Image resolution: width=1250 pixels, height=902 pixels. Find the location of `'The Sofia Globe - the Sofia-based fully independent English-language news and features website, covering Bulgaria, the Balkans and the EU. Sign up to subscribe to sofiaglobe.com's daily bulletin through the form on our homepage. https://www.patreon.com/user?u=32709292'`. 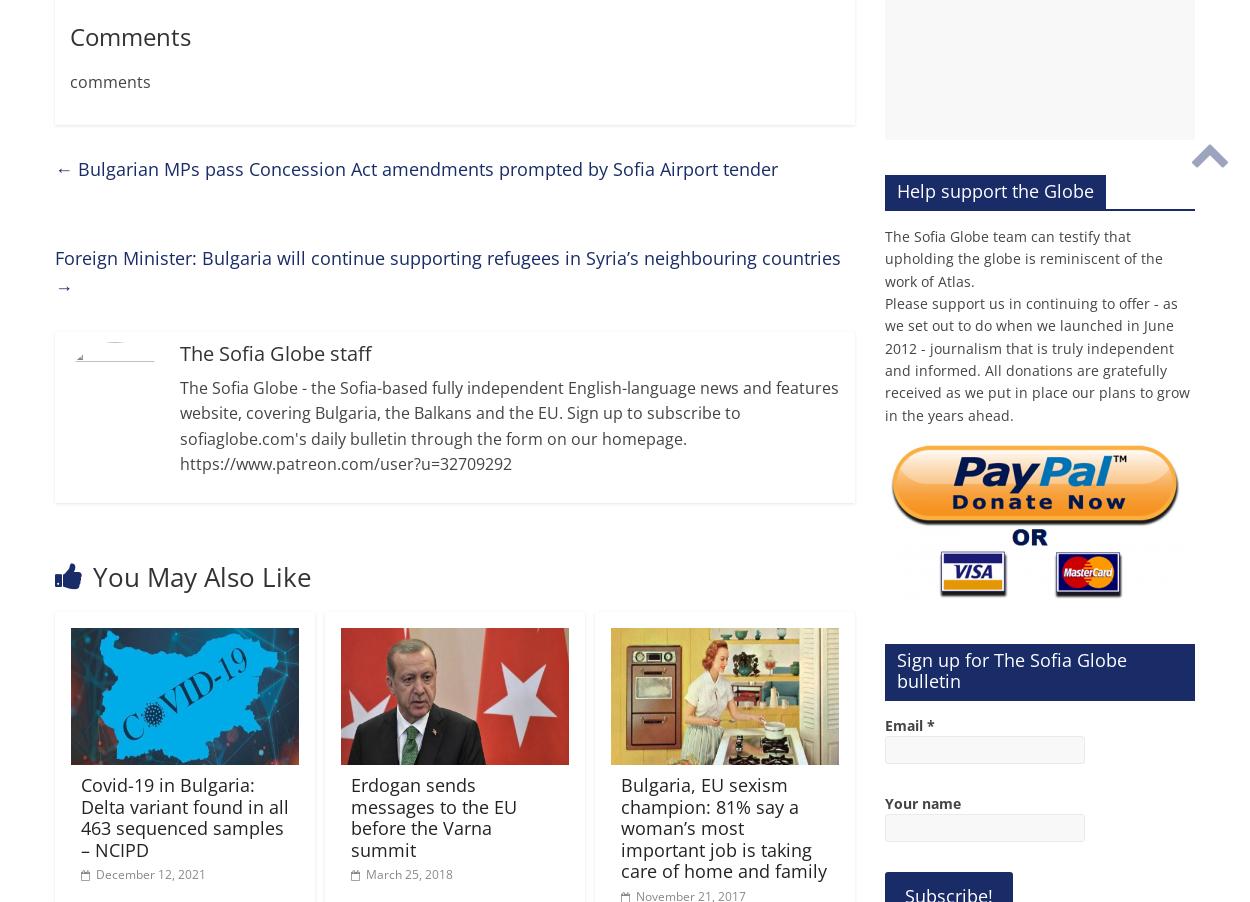

'The Sofia Globe - the Sofia-based fully independent English-language news and features website, covering Bulgaria, the Balkans and the EU. Sign up to subscribe to sofiaglobe.com's daily bulletin through the form on our homepage. https://www.patreon.com/user?u=32709292' is located at coordinates (180, 425).